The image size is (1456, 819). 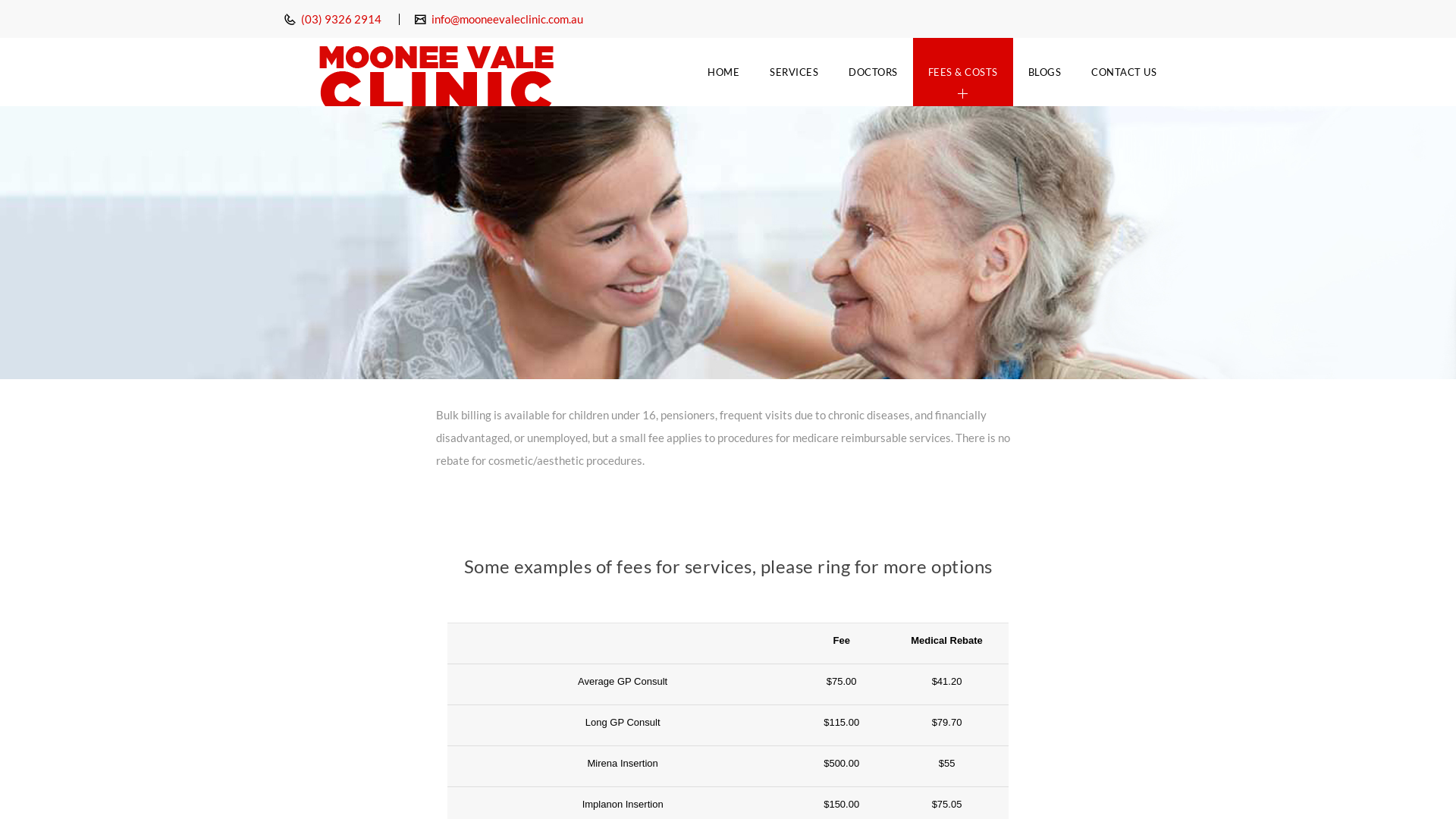 What do you see at coordinates (298, 18) in the screenshot?
I see `'(03) 9326 2914'` at bounding box center [298, 18].